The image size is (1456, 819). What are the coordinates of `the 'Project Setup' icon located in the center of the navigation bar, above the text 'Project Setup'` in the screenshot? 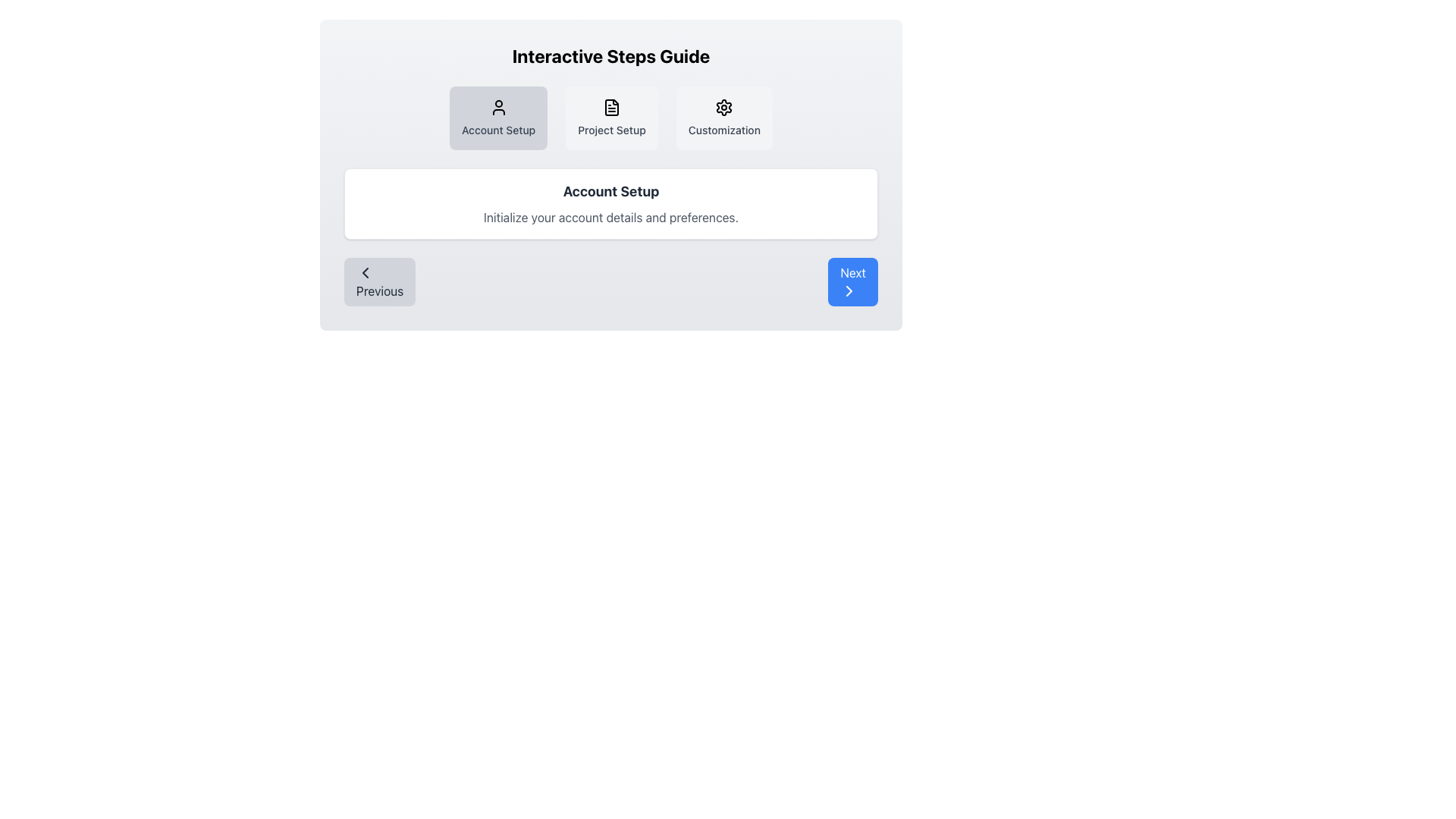 It's located at (611, 107).